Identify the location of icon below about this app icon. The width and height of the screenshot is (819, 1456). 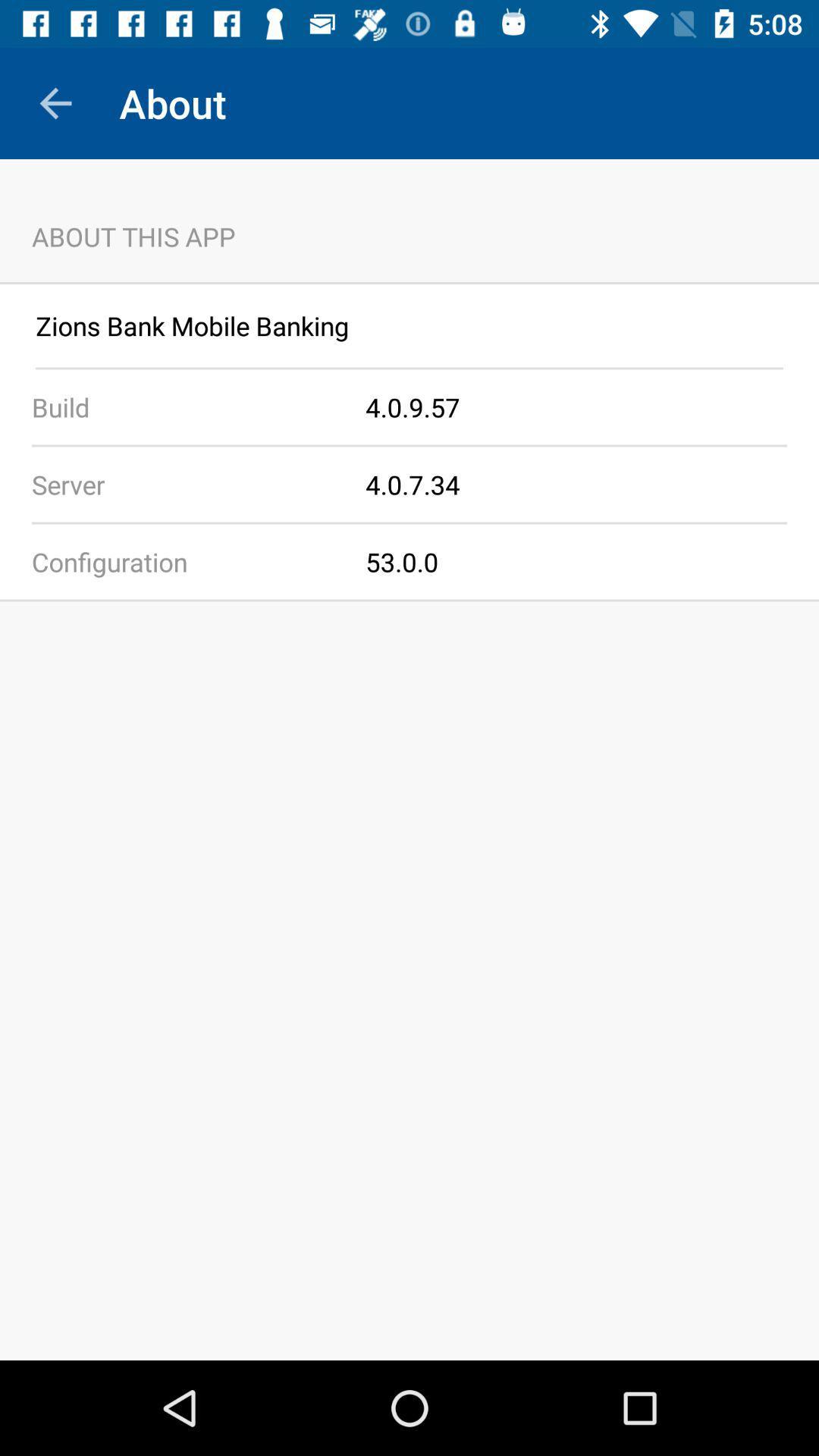
(409, 283).